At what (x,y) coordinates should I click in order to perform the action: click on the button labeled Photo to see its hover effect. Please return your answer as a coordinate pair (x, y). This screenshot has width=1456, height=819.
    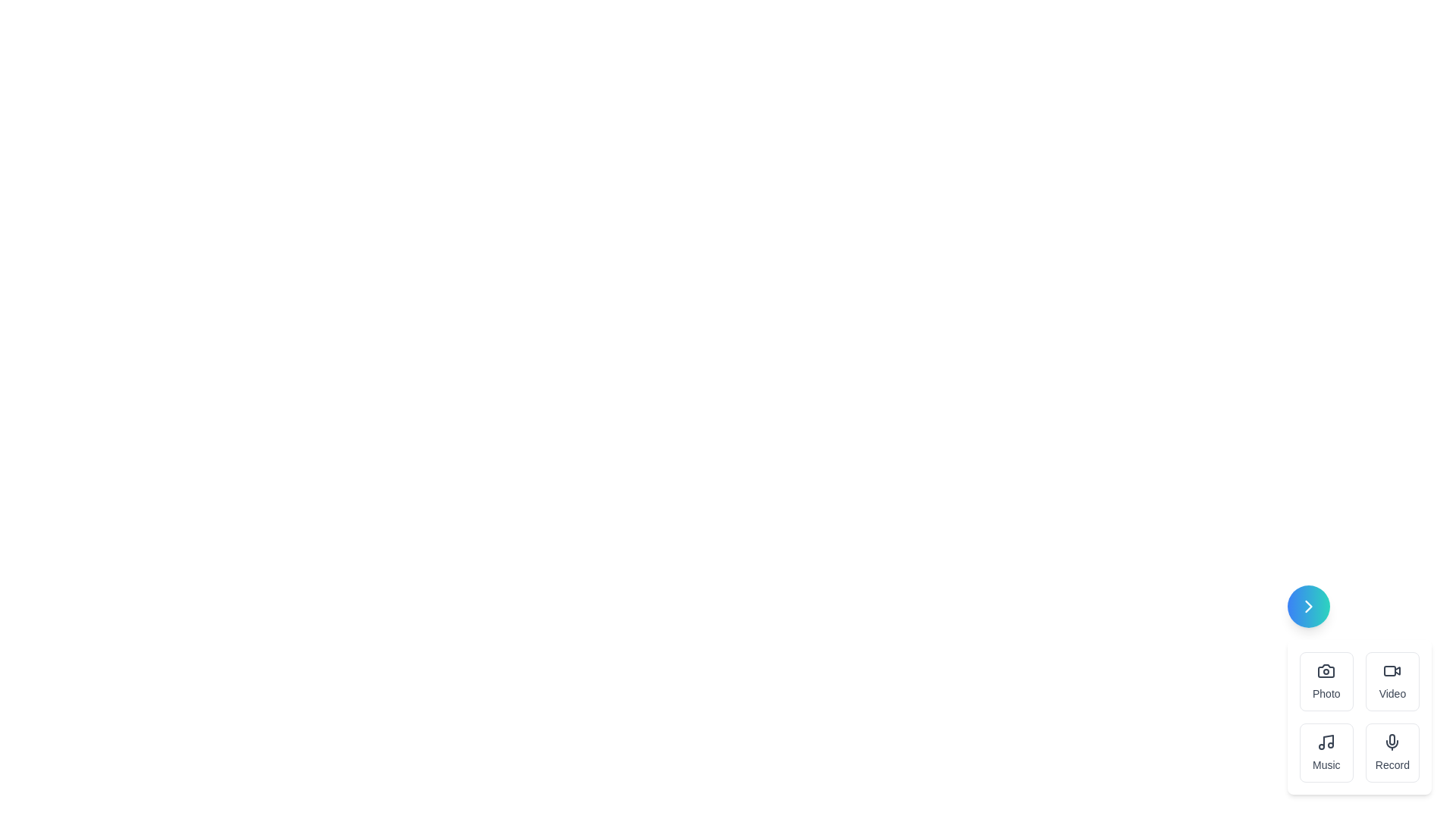
    Looking at the image, I should click on (1326, 680).